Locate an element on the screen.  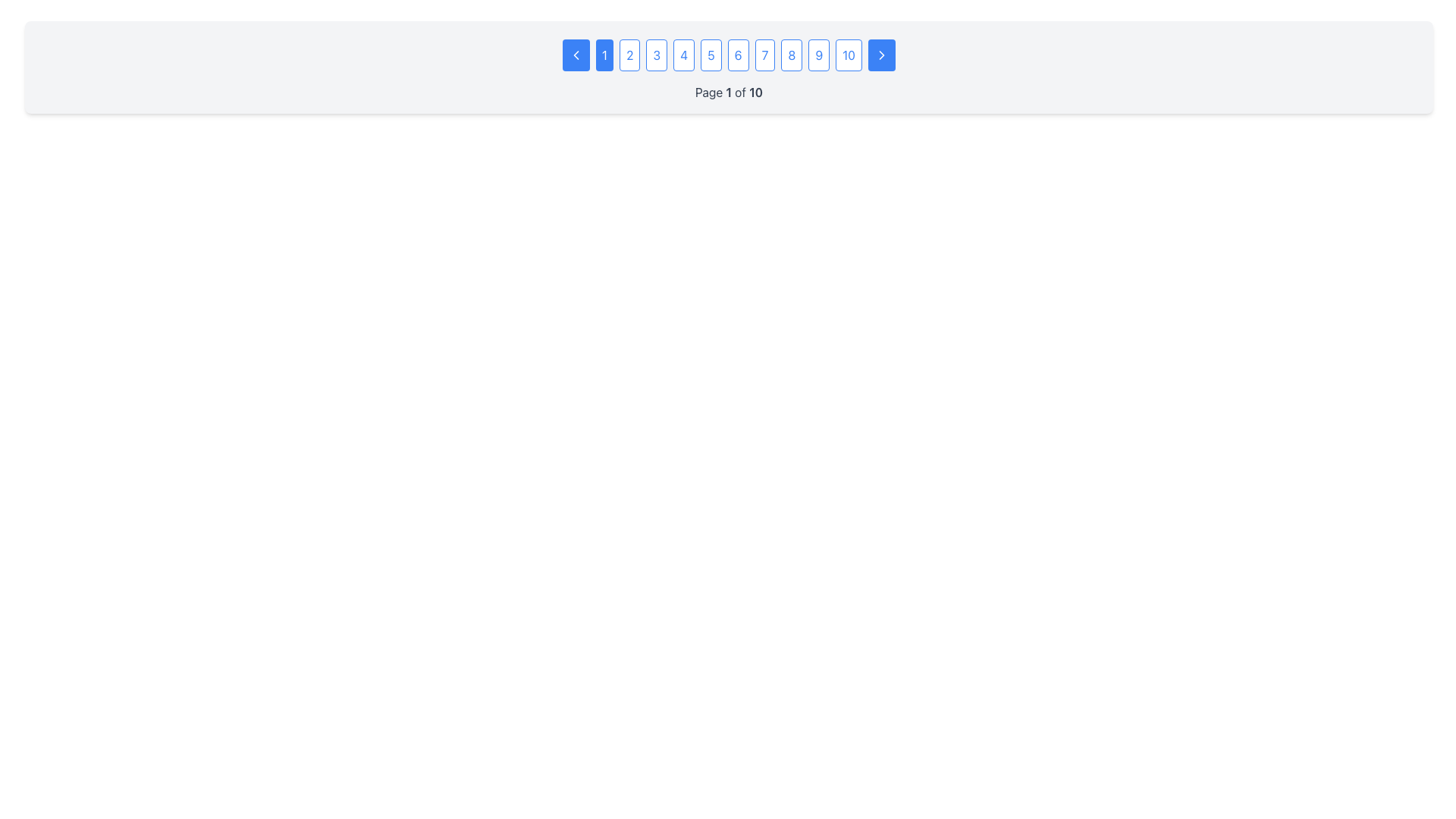
the rectangular button labeled '9' with a white background and blue text is located at coordinates (818, 55).